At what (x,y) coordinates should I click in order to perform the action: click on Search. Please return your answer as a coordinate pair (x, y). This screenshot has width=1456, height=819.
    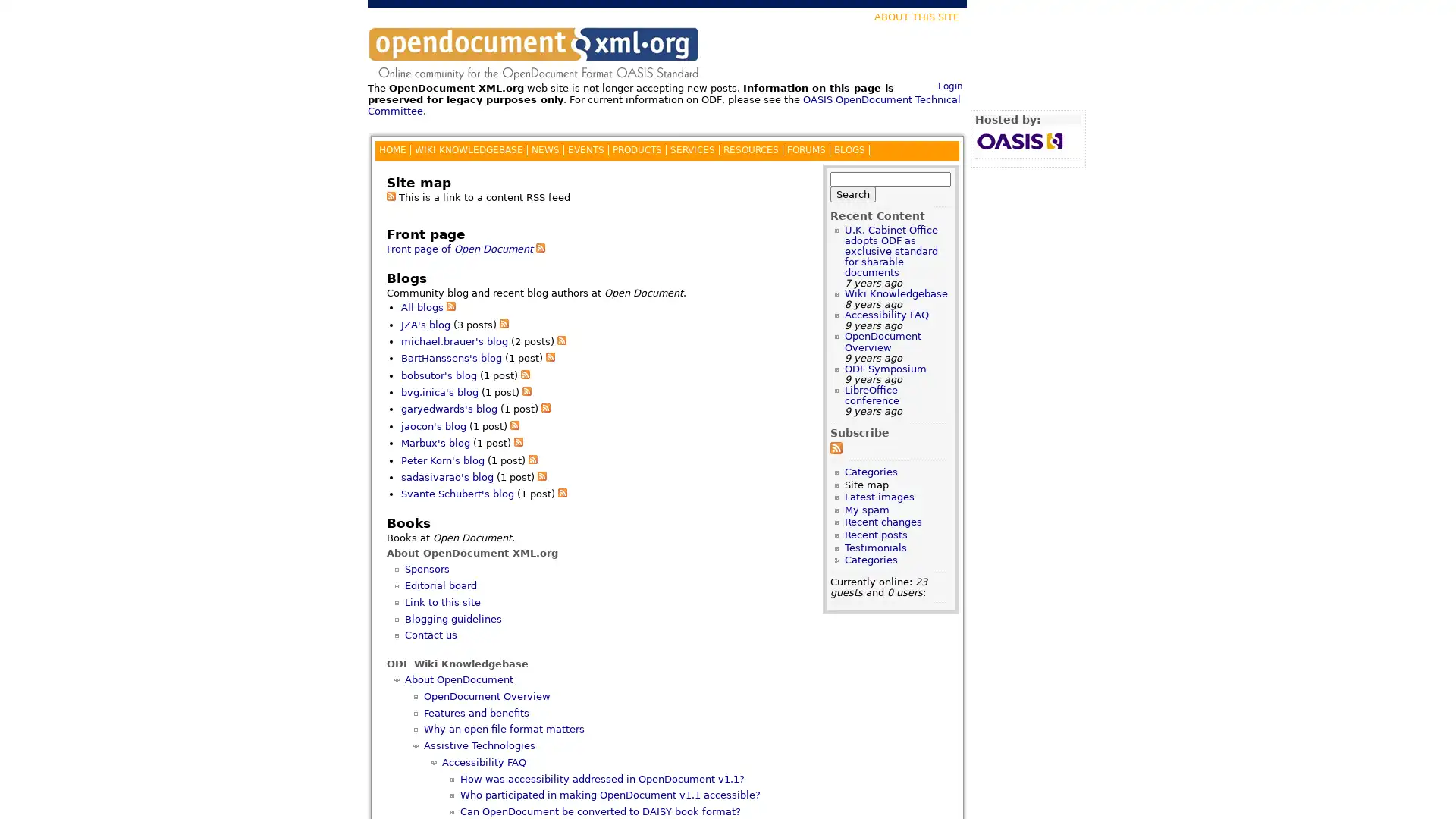
    Looking at the image, I should click on (852, 193).